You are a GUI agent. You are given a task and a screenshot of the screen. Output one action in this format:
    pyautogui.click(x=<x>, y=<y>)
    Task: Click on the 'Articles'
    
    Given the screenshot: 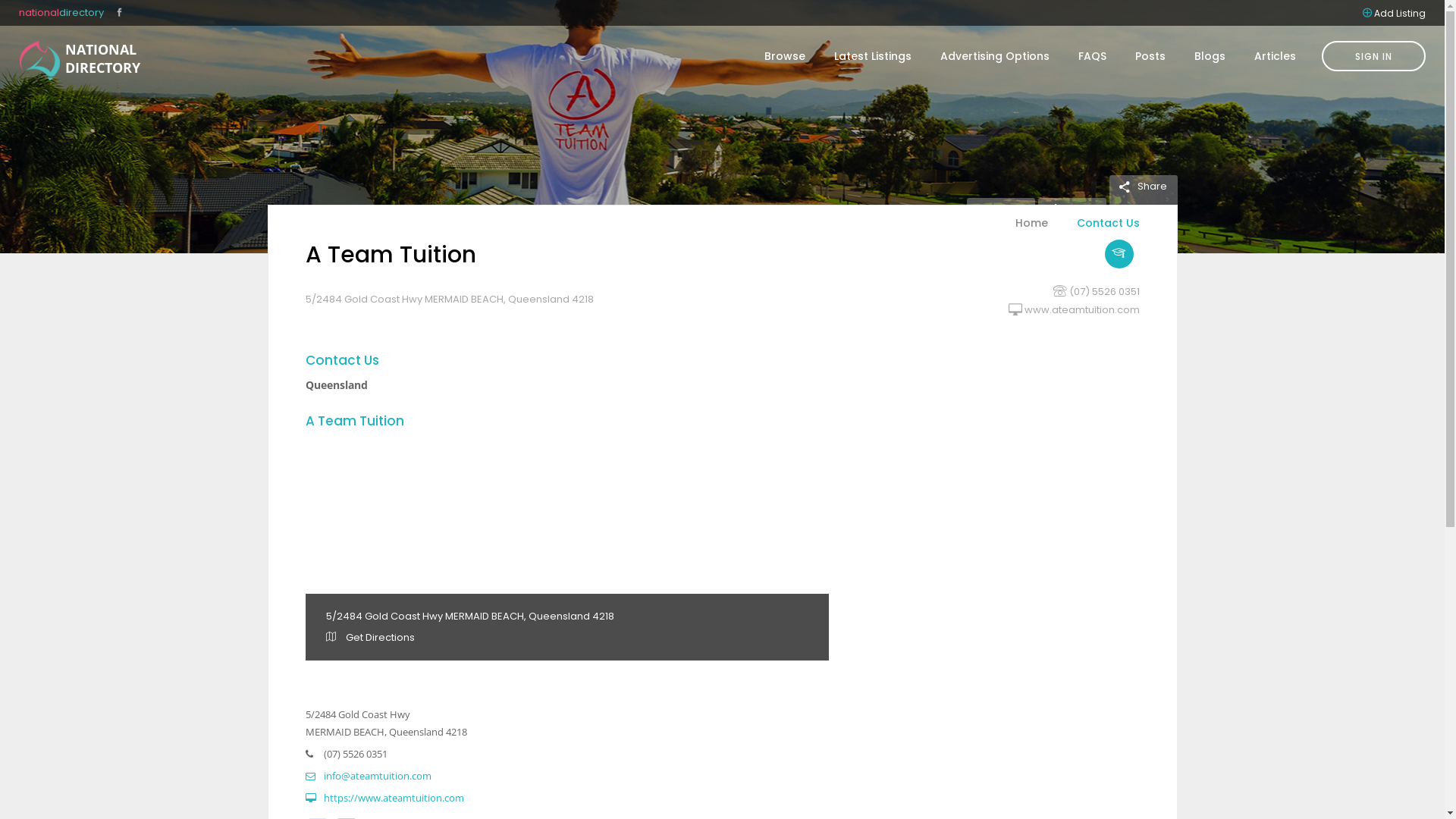 What is the action you would take?
    pyautogui.click(x=1267, y=55)
    